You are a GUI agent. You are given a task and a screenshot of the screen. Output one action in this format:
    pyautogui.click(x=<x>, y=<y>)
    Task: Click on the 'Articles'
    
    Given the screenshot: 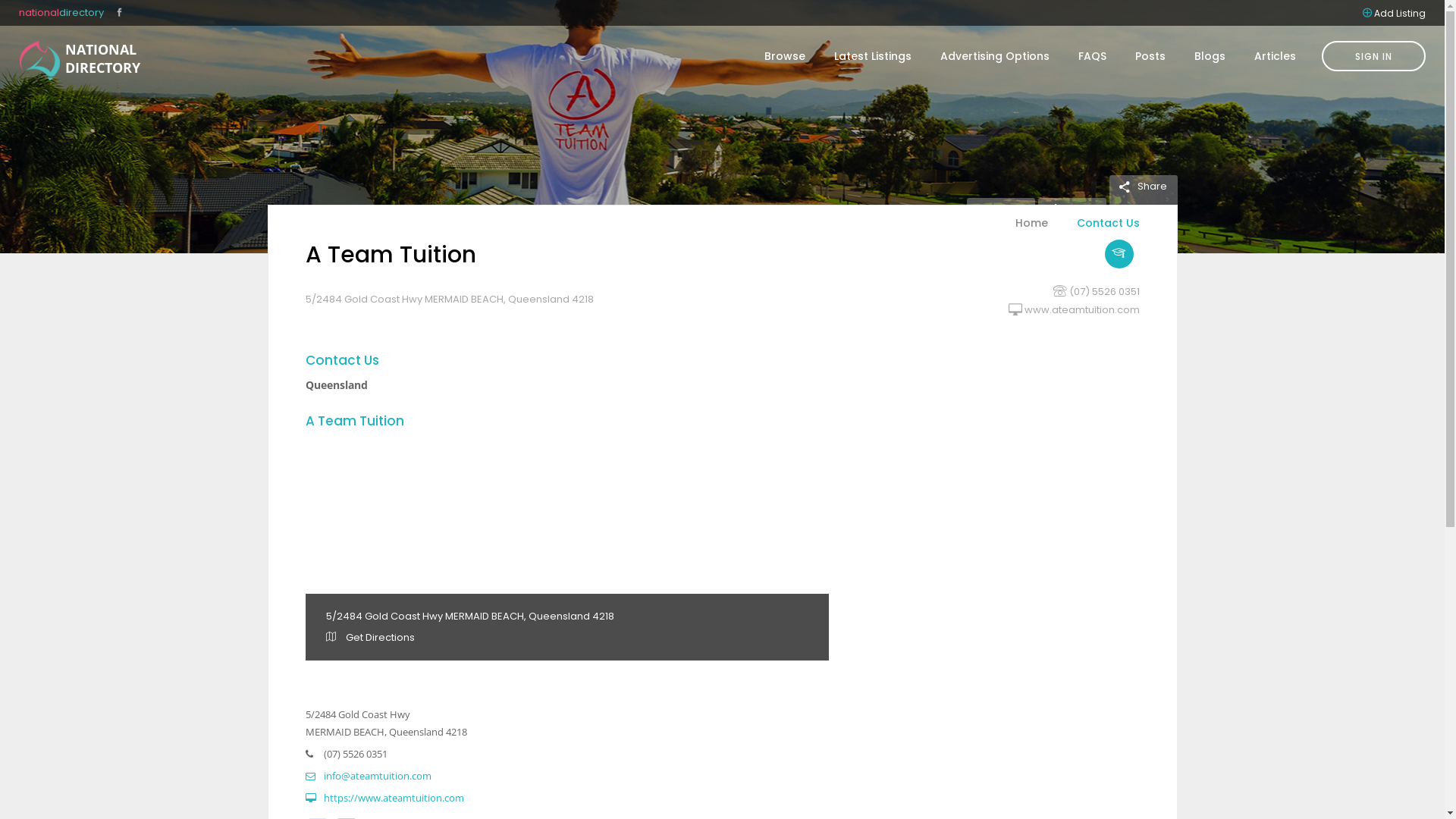 What is the action you would take?
    pyautogui.click(x=1267, y=55)
    